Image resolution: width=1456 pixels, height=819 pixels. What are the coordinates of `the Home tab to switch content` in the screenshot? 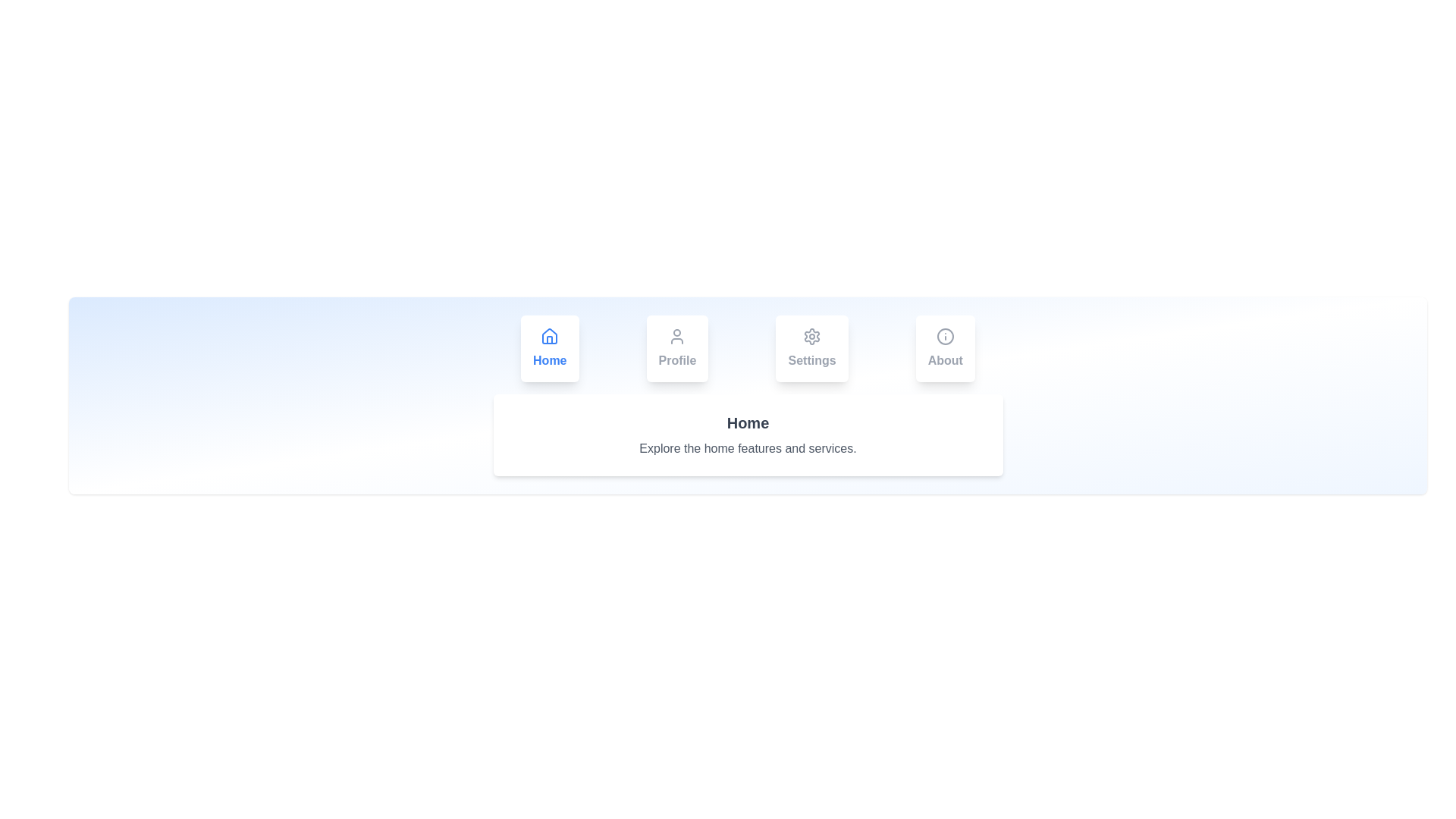 It's located at (549, 348).